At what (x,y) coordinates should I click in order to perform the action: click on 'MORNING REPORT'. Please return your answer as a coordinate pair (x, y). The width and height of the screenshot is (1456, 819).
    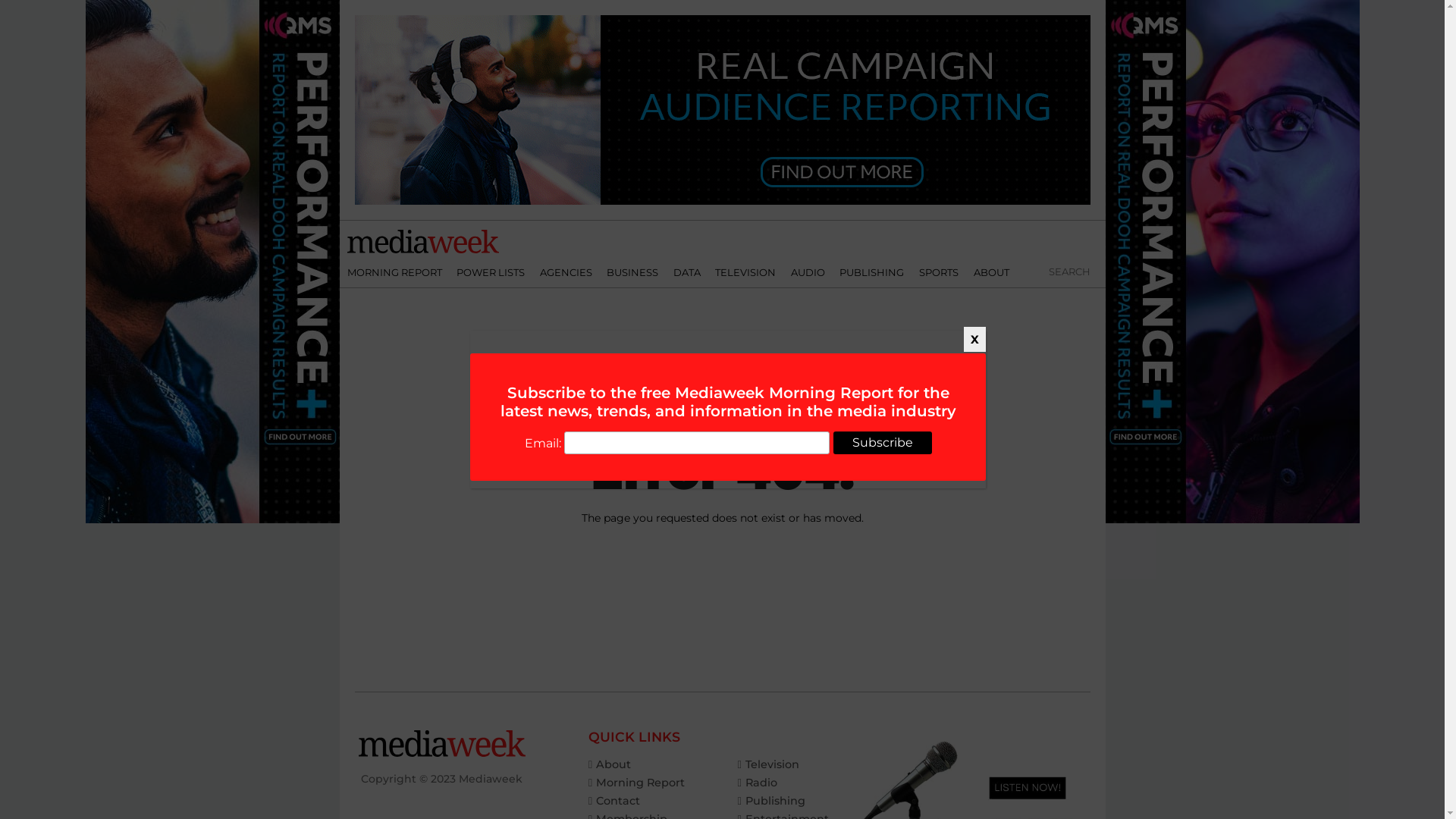
    Looking at the image, I should click on (394, 271).